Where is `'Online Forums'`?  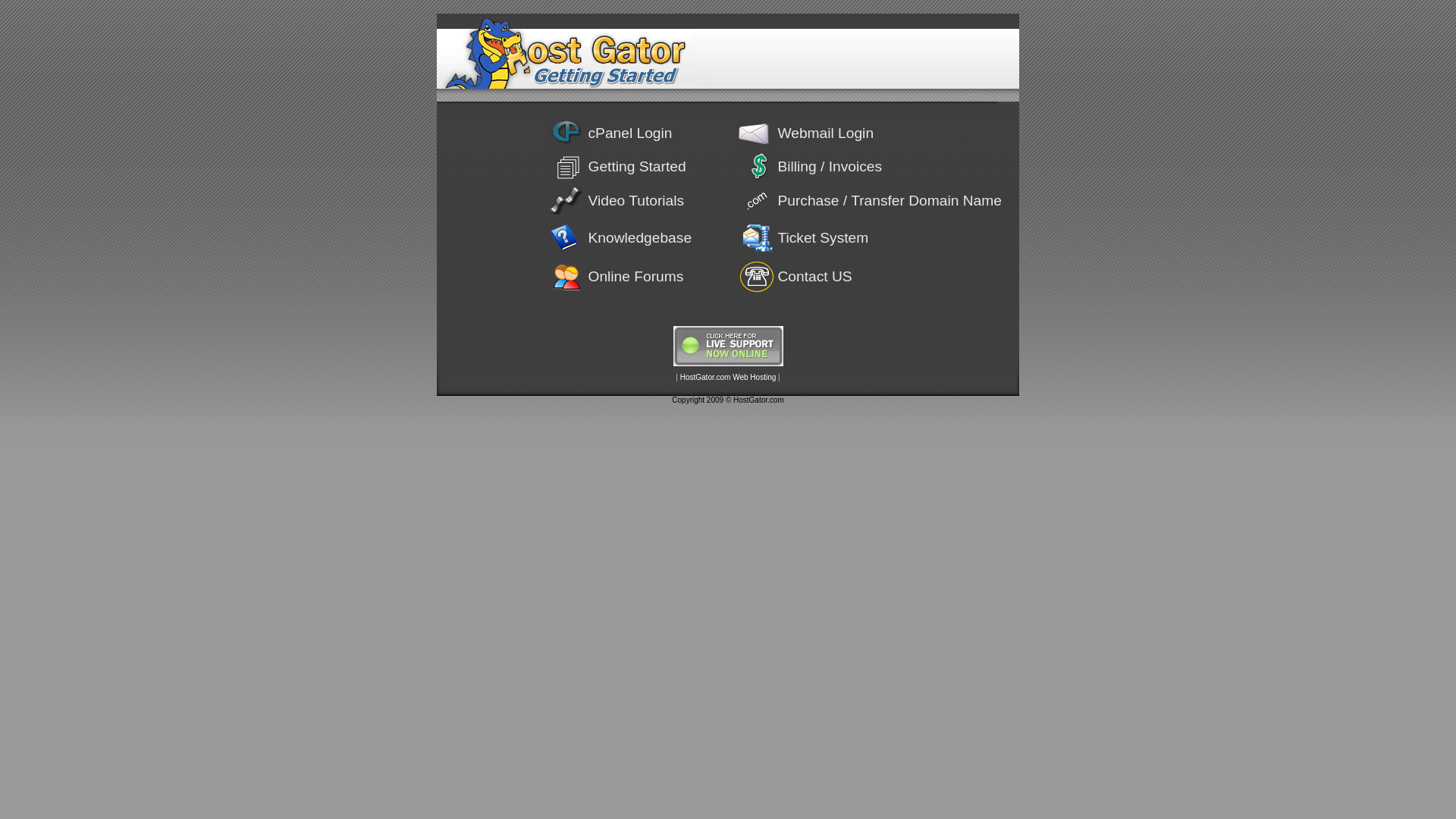 'Online Forums' is located at coordinates (636, 276).